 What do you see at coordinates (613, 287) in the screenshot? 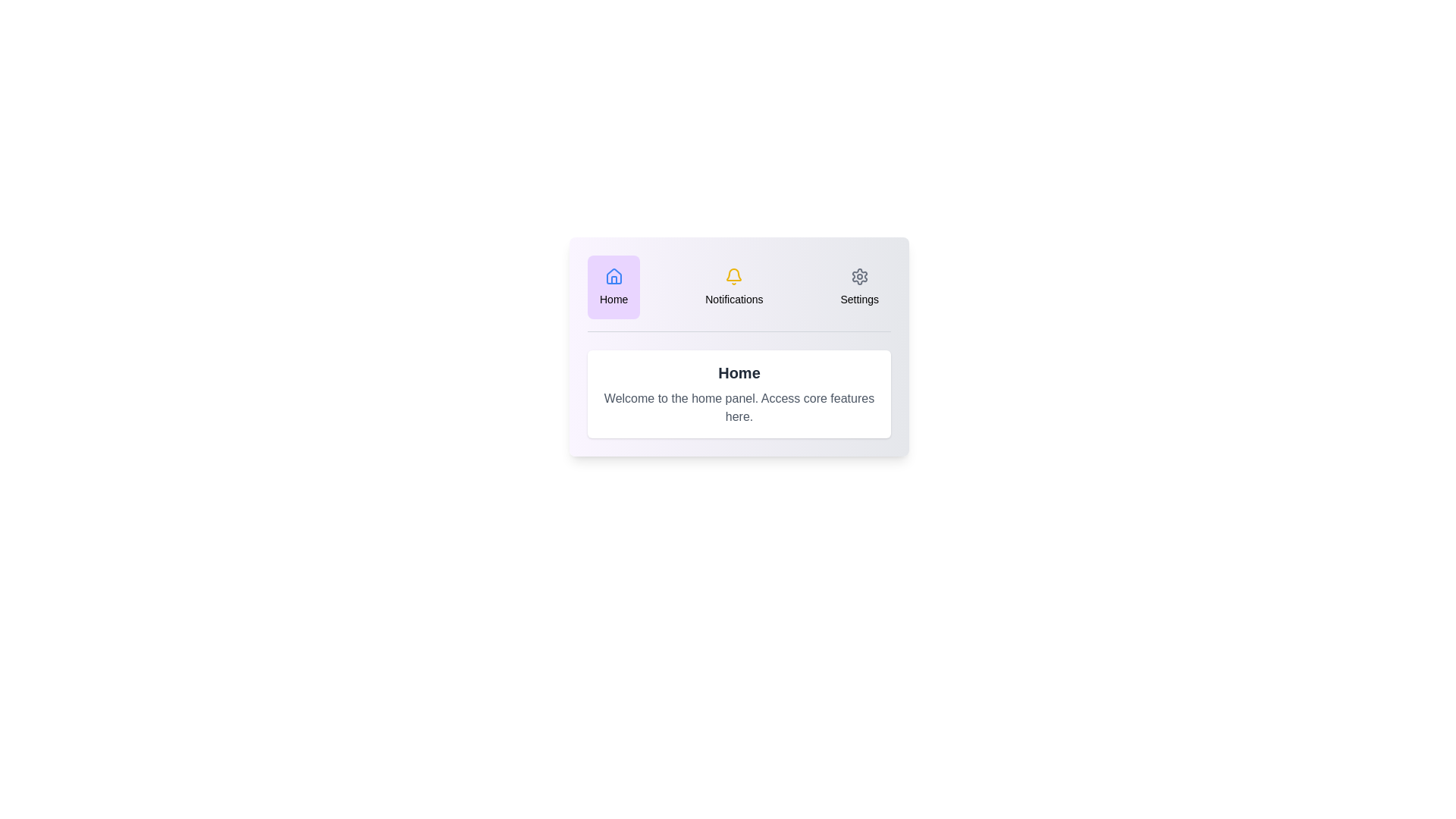
I see `the Home tab to switch views` at bounding box center [613, 287].